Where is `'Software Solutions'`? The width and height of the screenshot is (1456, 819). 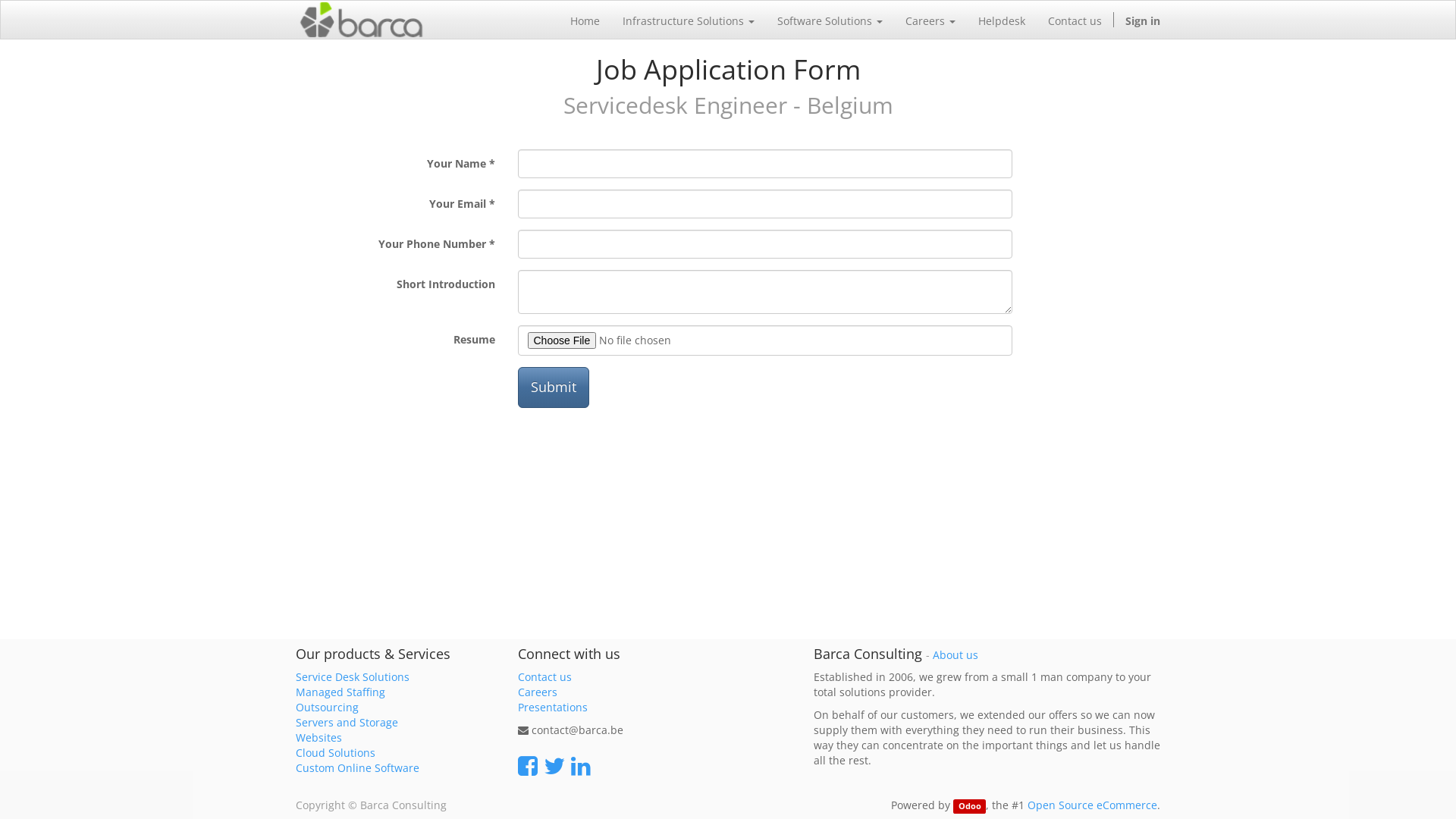 'Software Solutions' is located at coordinates (765, 20).